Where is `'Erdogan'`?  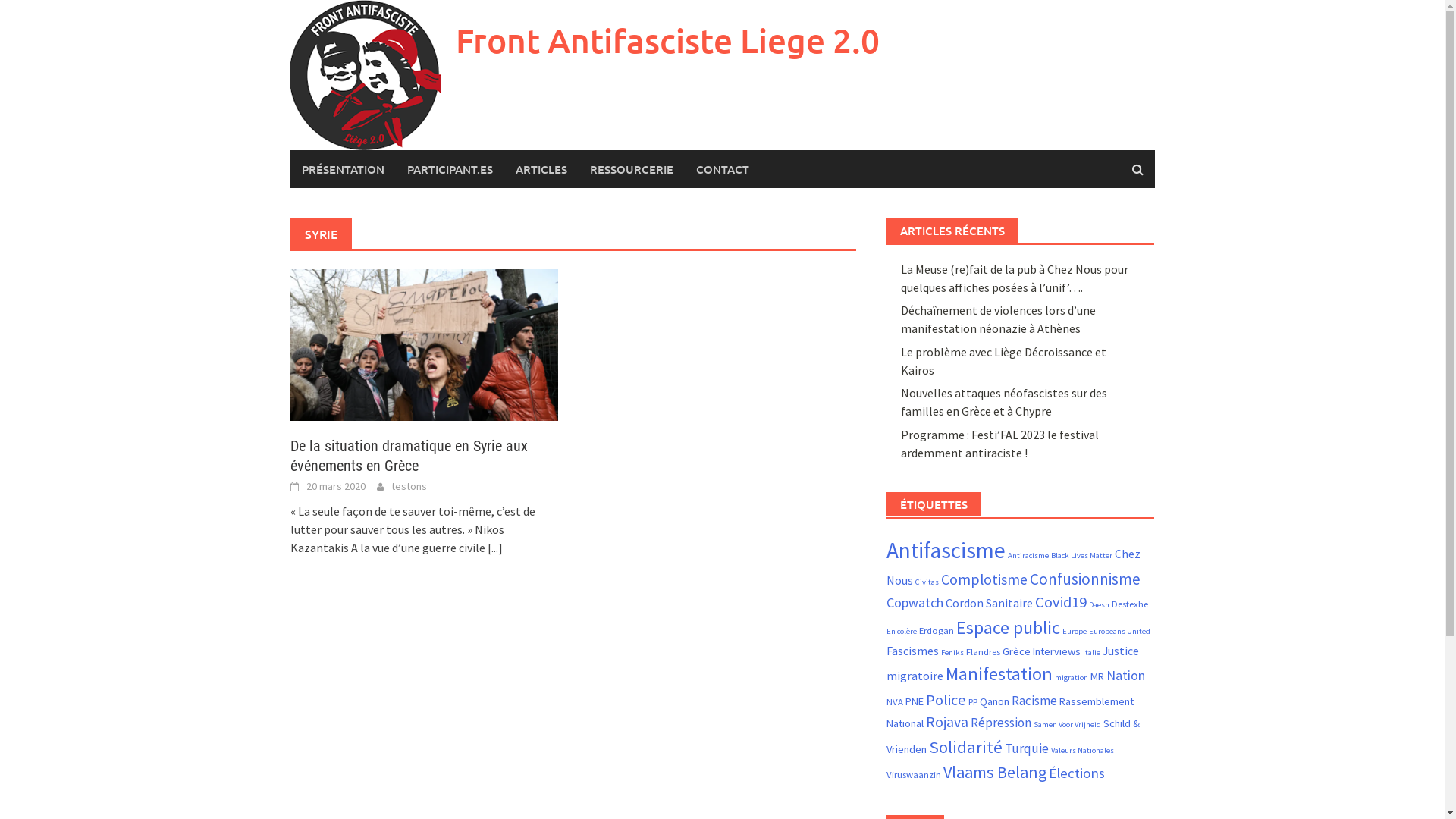 'Erdogan' is located at coordinates (935, 629).